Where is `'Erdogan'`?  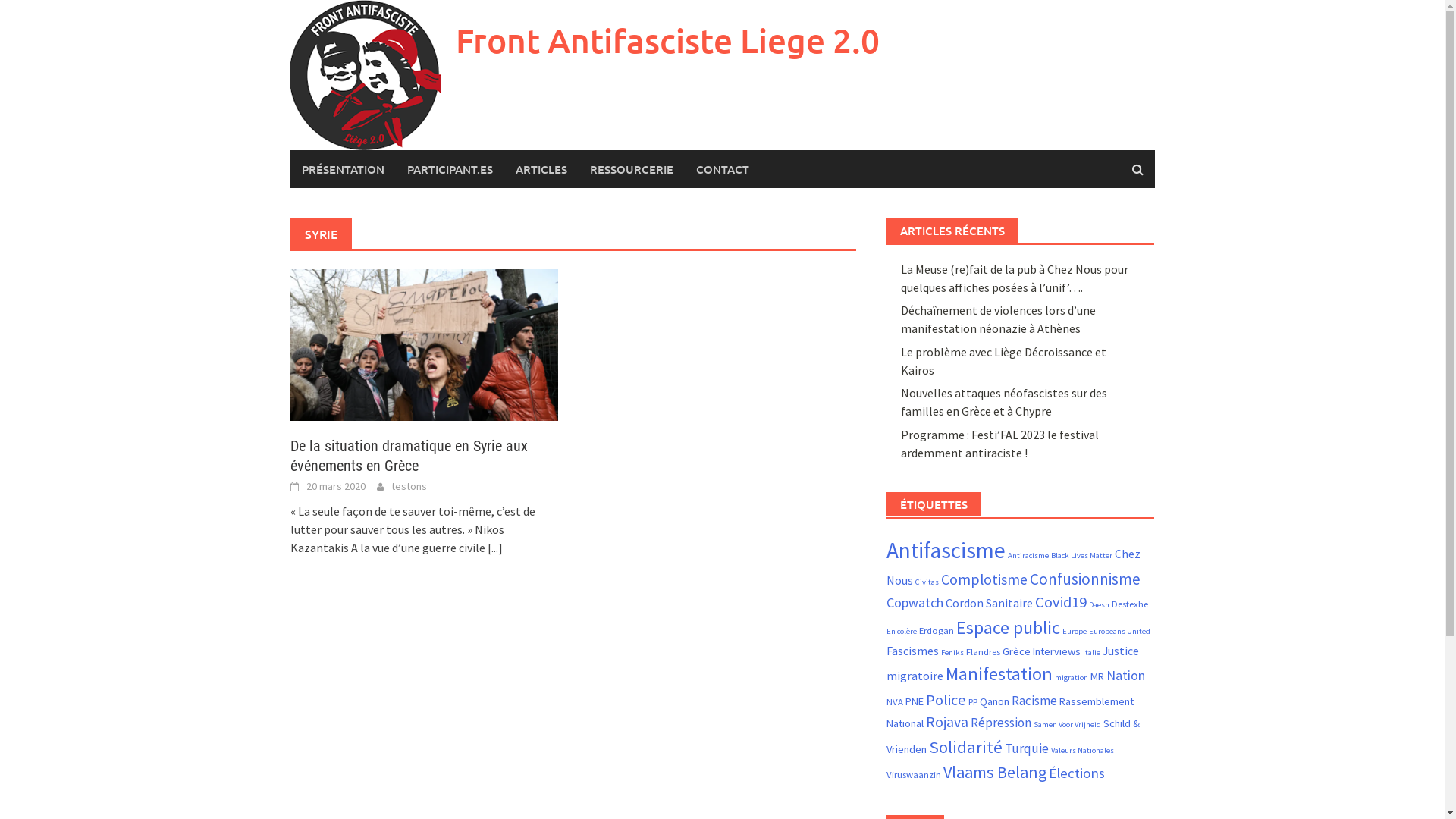 'Erdogan' is located at coordinates (935, 629).